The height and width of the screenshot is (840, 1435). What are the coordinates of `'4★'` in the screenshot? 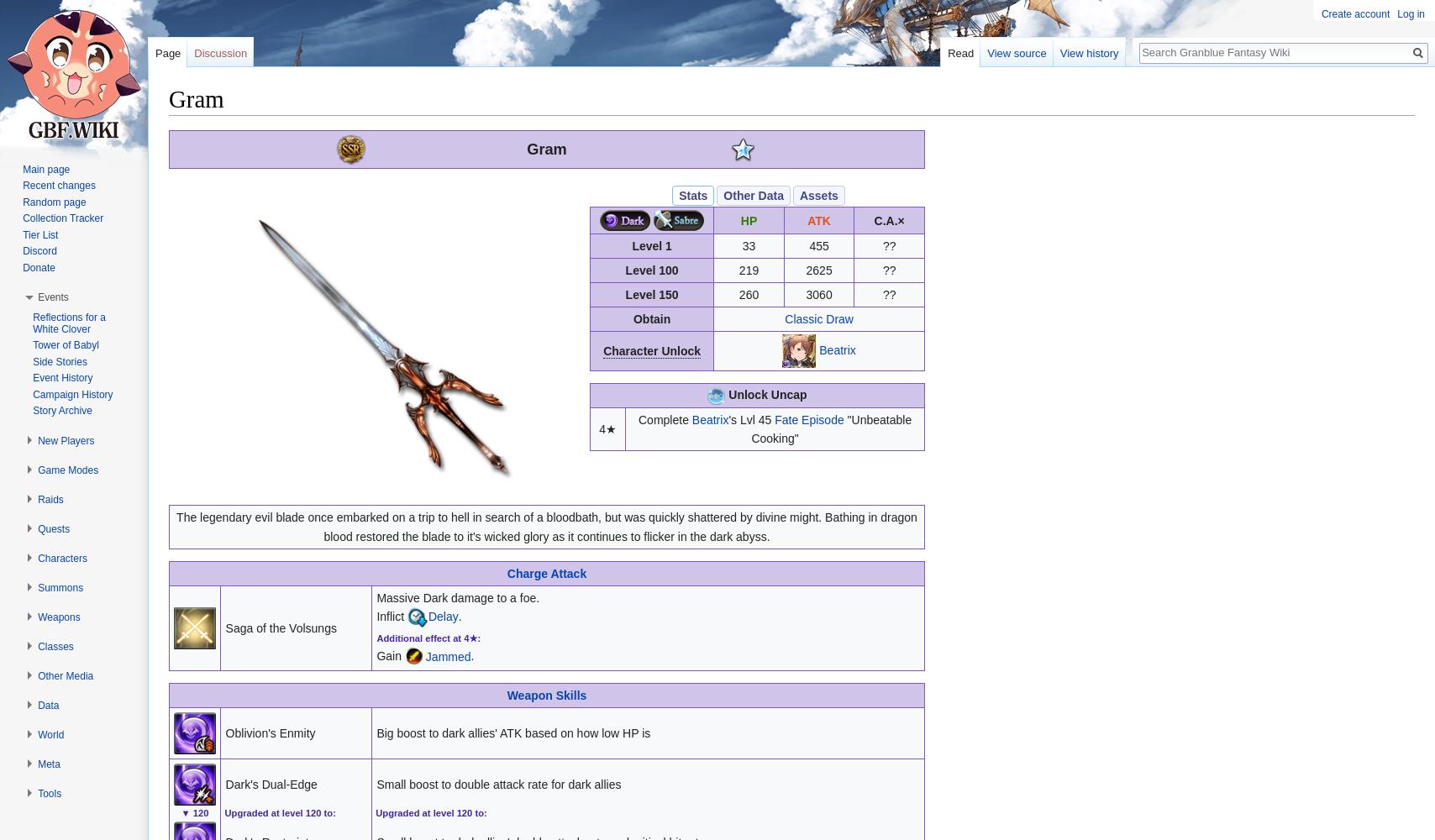 It's located at (607, 428).